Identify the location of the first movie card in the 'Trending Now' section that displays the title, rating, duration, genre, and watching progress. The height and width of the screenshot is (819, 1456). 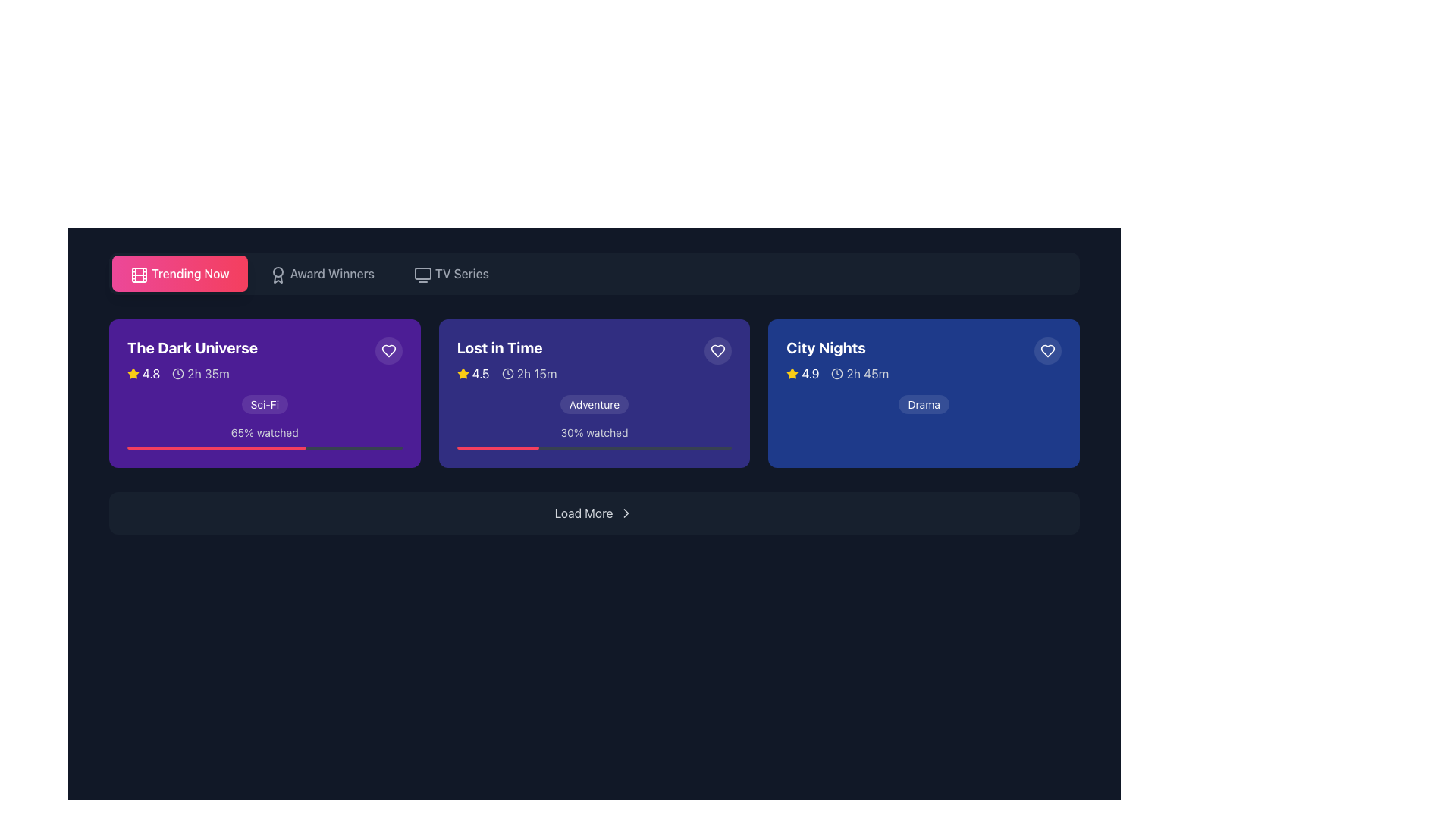
(265, 393).